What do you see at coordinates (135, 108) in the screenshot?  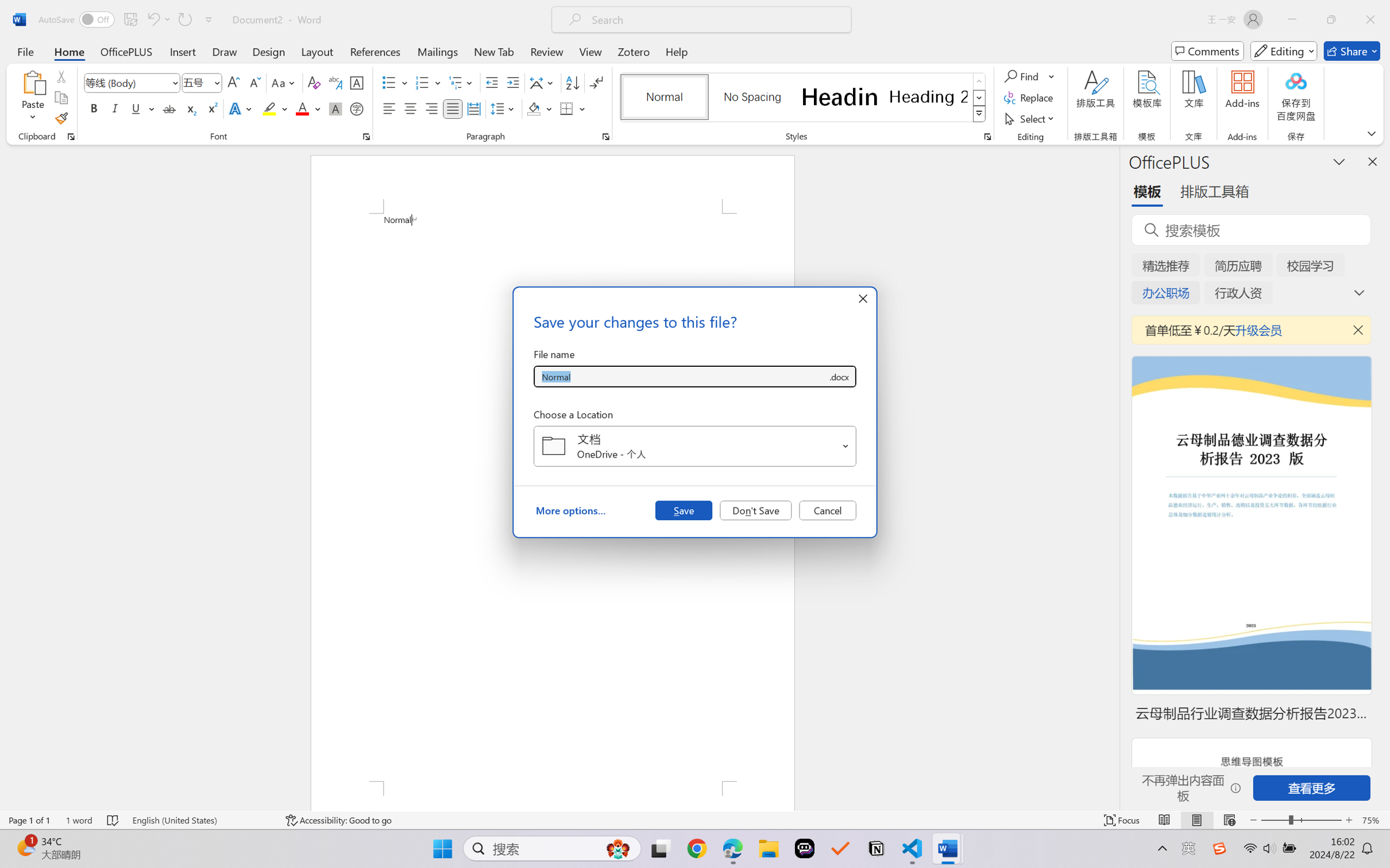 I see `'Underline'` at bounding box center [135, 108].